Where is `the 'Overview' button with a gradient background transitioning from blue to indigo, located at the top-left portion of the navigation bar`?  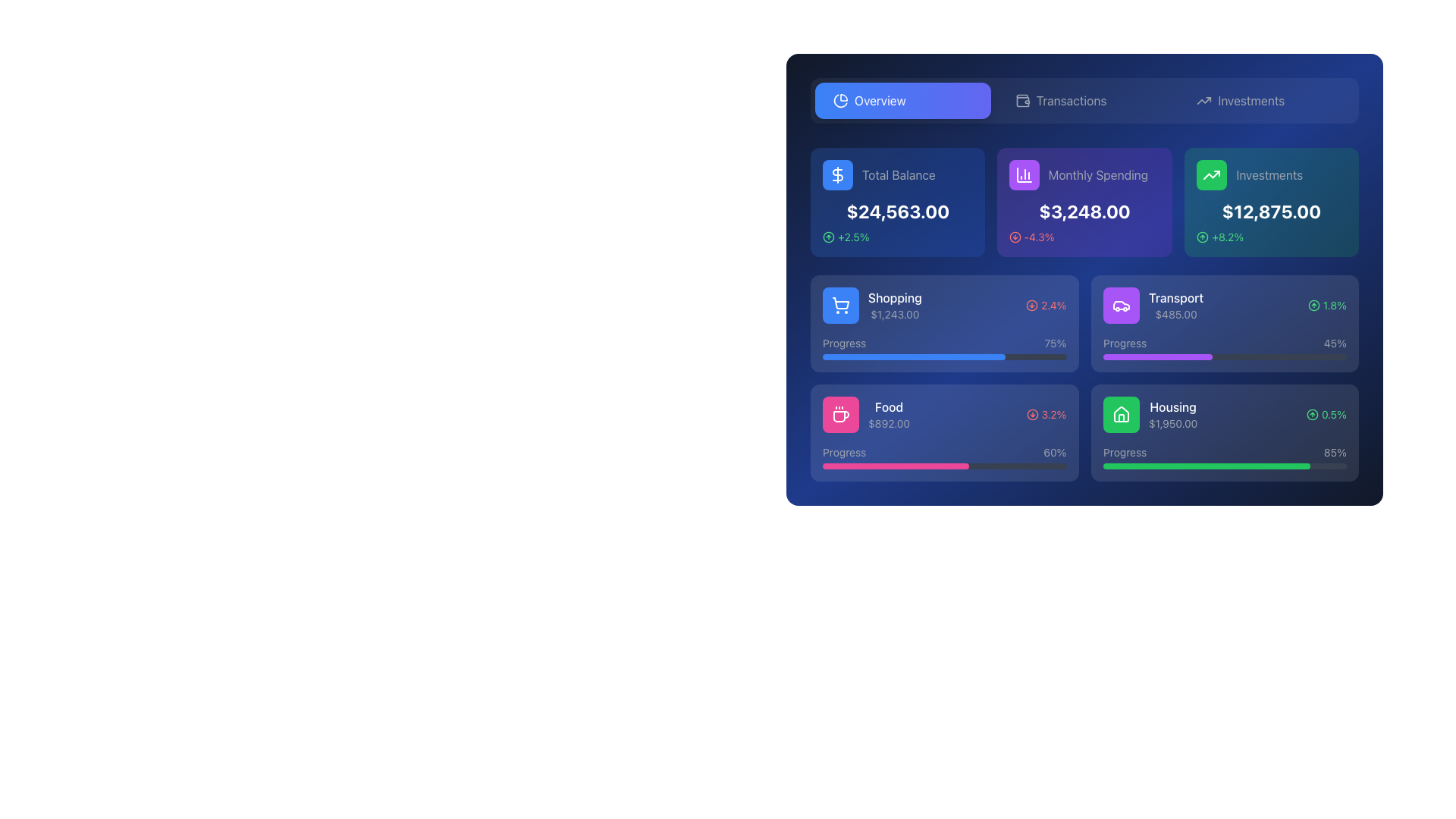 the 'Overview' button with a gradient background transitioning from blue to indigo, located at the top-left portion of the navigation bar is located at coordinates (902, 100).